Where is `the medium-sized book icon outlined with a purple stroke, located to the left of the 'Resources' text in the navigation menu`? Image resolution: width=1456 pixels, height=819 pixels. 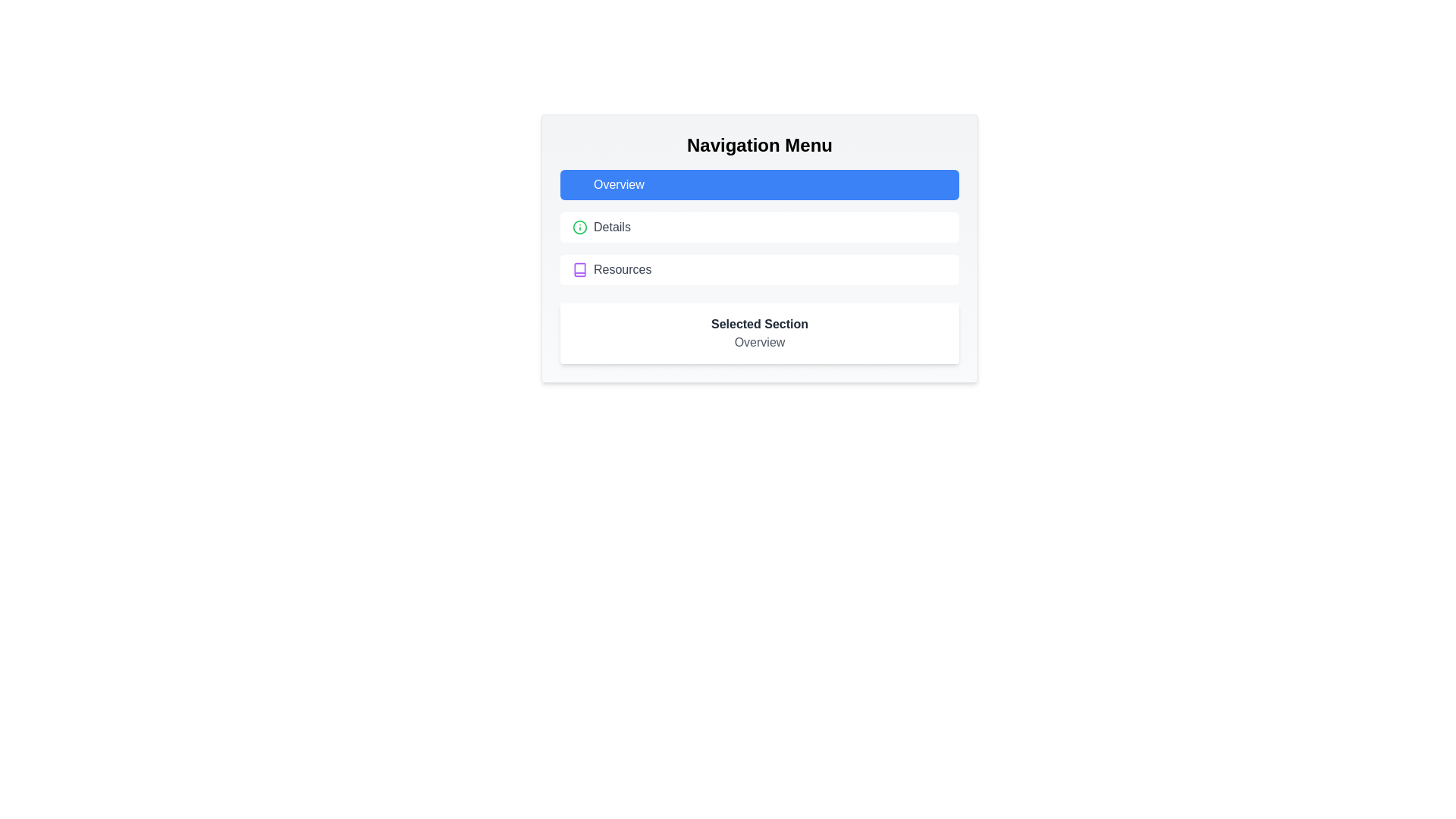
the medium-sized book icon outlined with a purple stroke, located to the left of the 'Resources' text in the navigation menu is located at coordinates (579, 268).